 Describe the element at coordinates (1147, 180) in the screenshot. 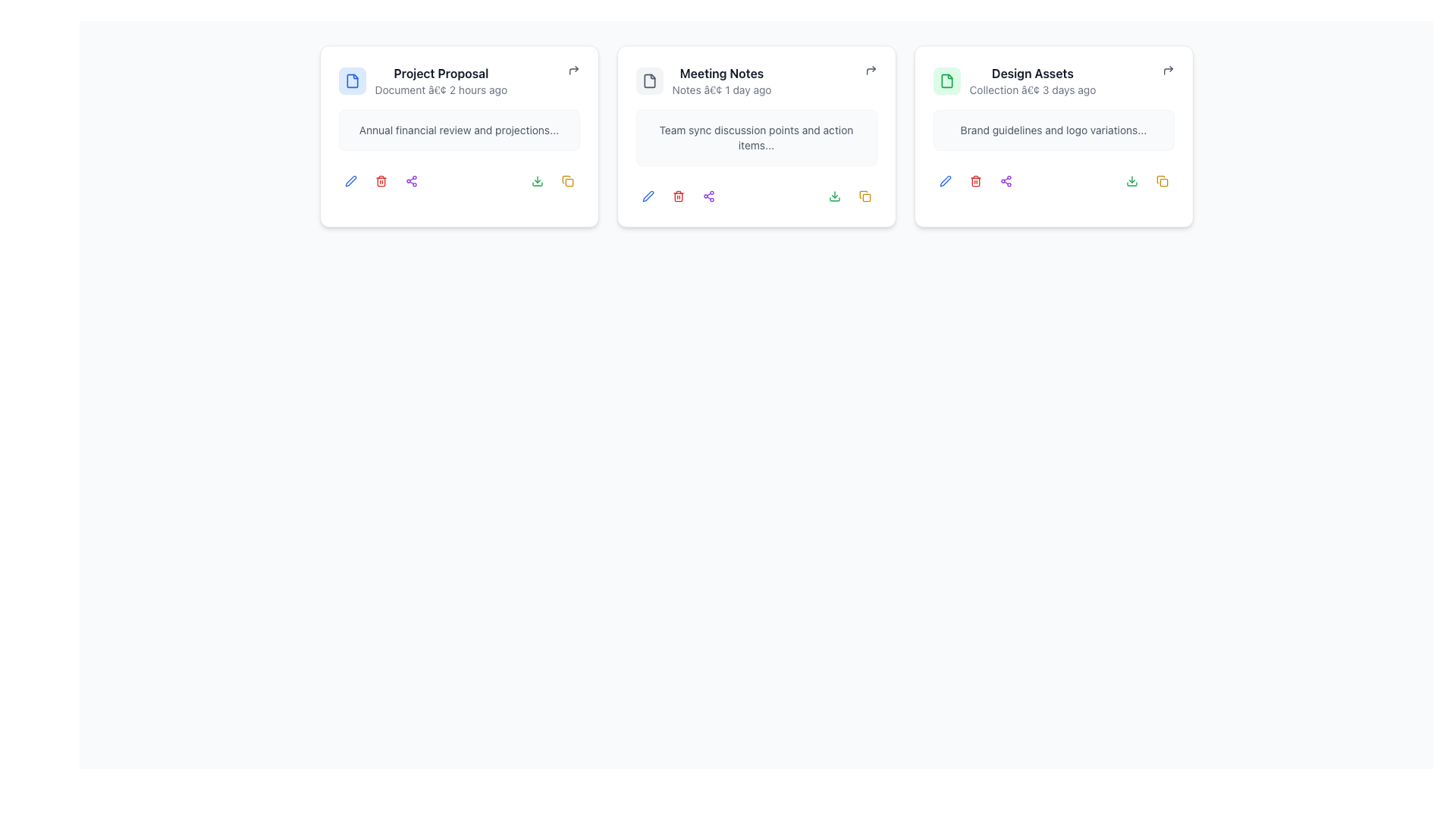

I see `the grouped action icons located in the bottom-right section of the 'Design Assets' card` at that location.